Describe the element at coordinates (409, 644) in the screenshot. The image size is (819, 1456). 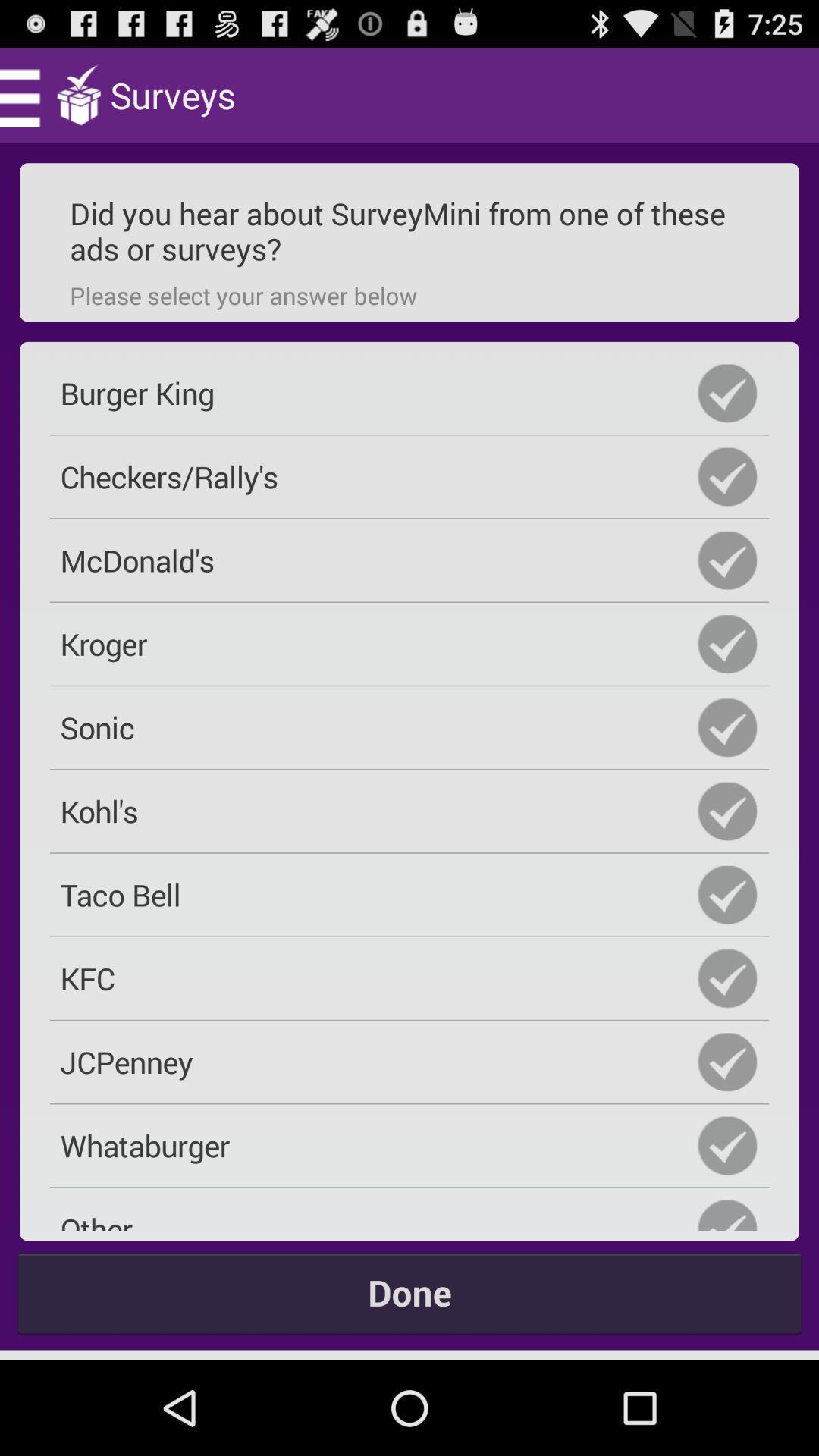
I see `kroger` at that location.